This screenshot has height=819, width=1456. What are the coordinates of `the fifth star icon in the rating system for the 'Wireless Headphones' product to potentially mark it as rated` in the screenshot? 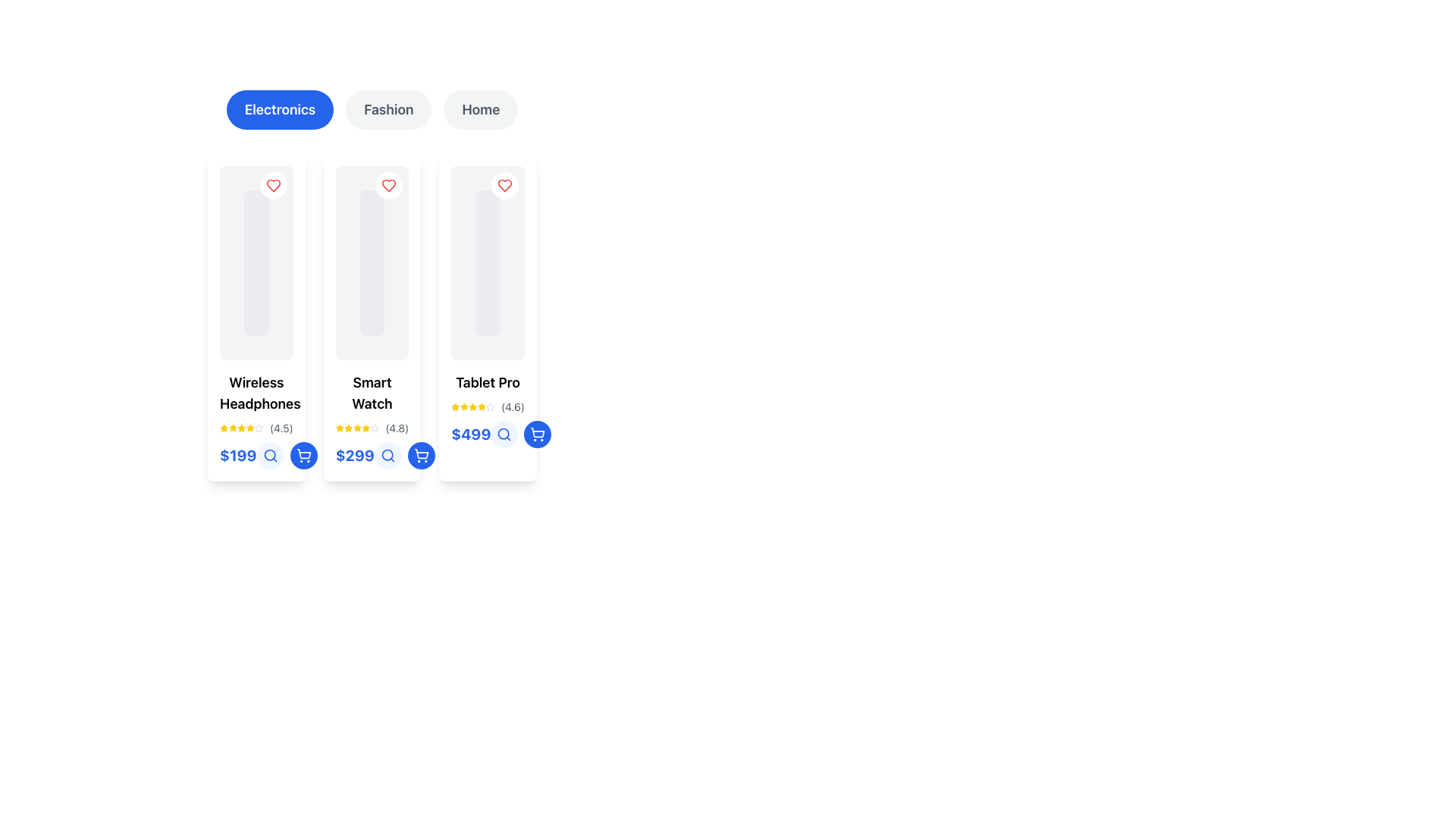 It's located at (259, 428).